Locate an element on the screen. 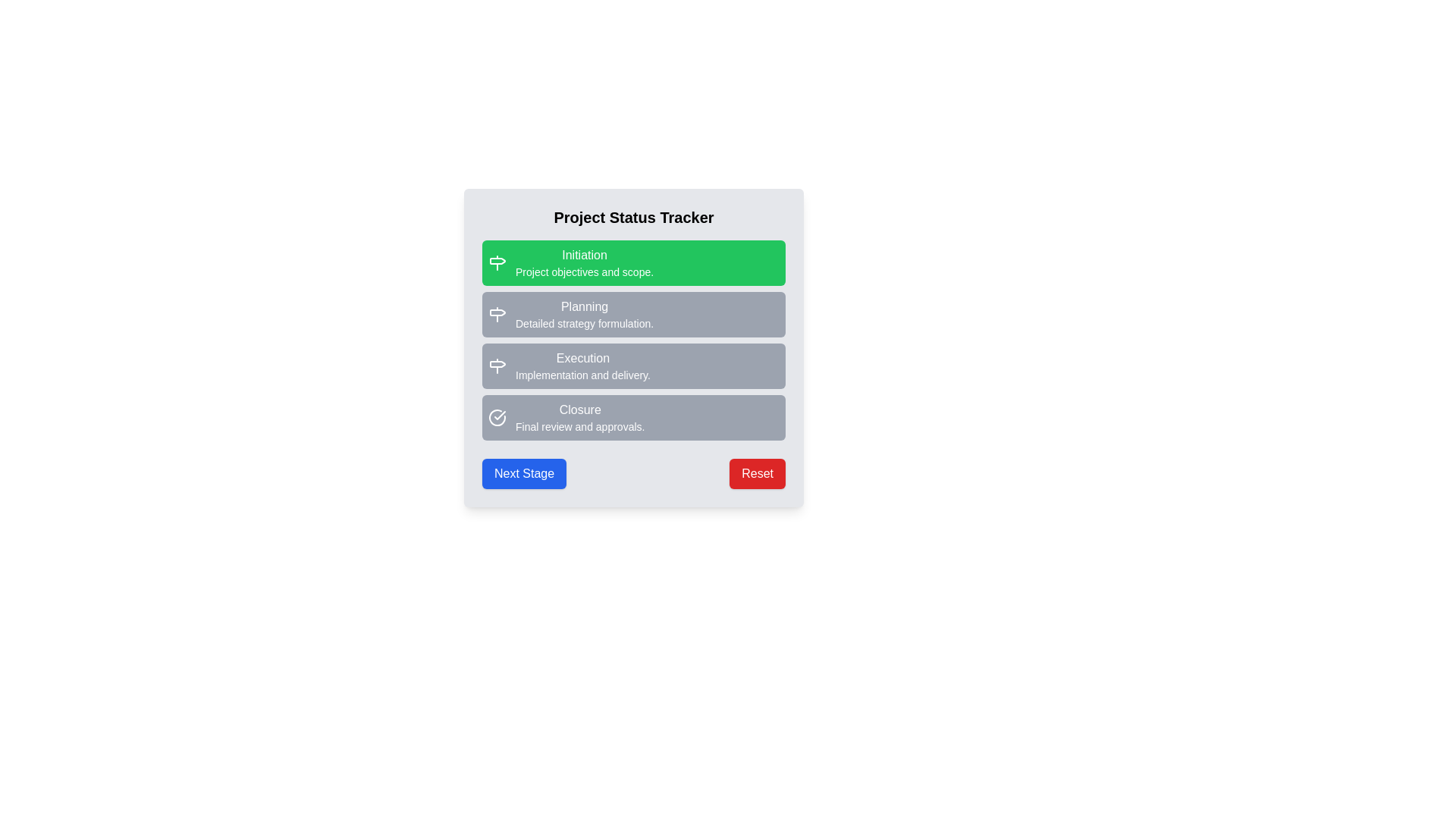 The width and height of the screenshot is (1456, 819). the 'Planning' stage text display is located at coordinates (584, 314).